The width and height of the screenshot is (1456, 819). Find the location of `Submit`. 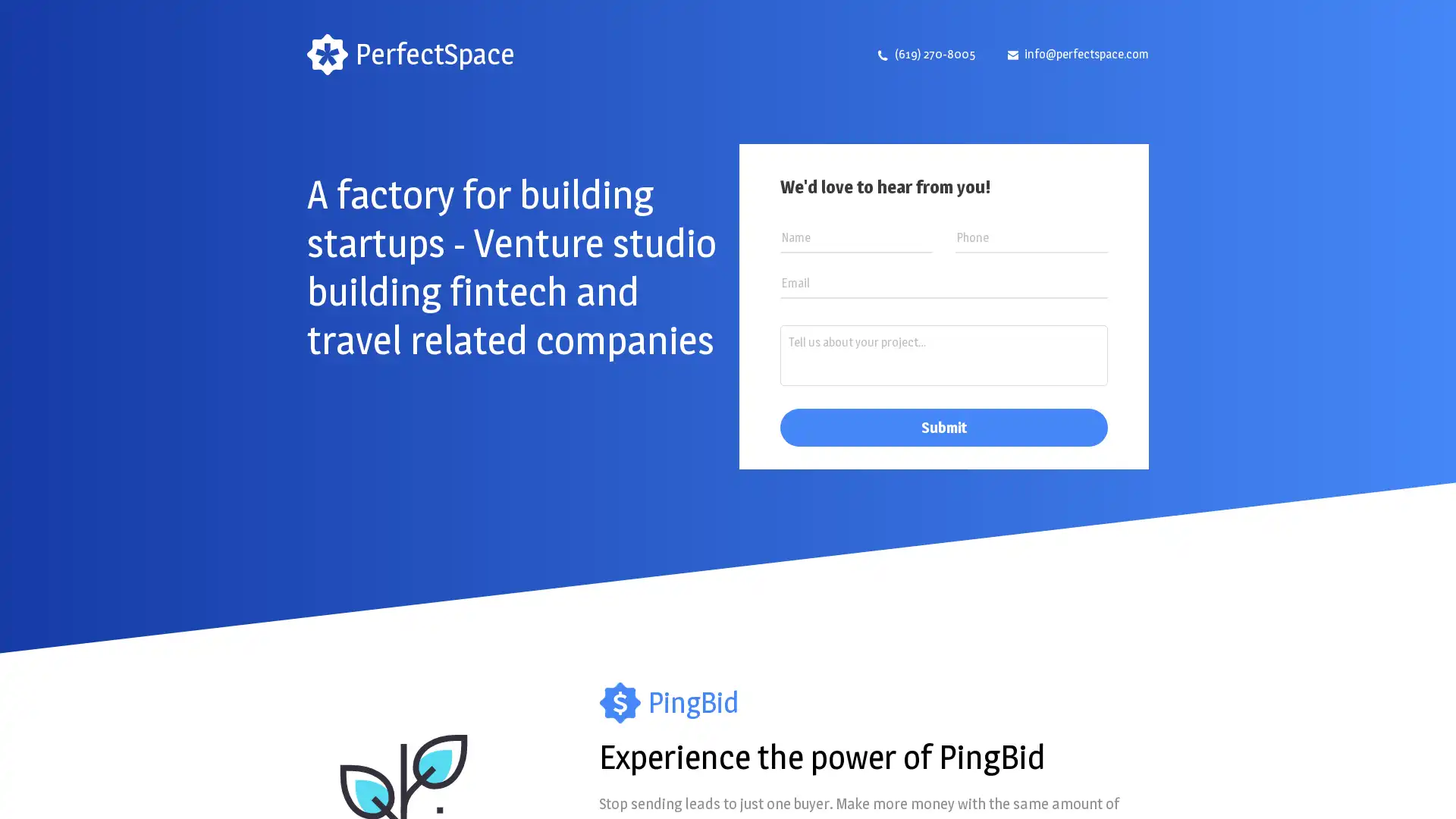

Submit is located at coordinates (943, 427).